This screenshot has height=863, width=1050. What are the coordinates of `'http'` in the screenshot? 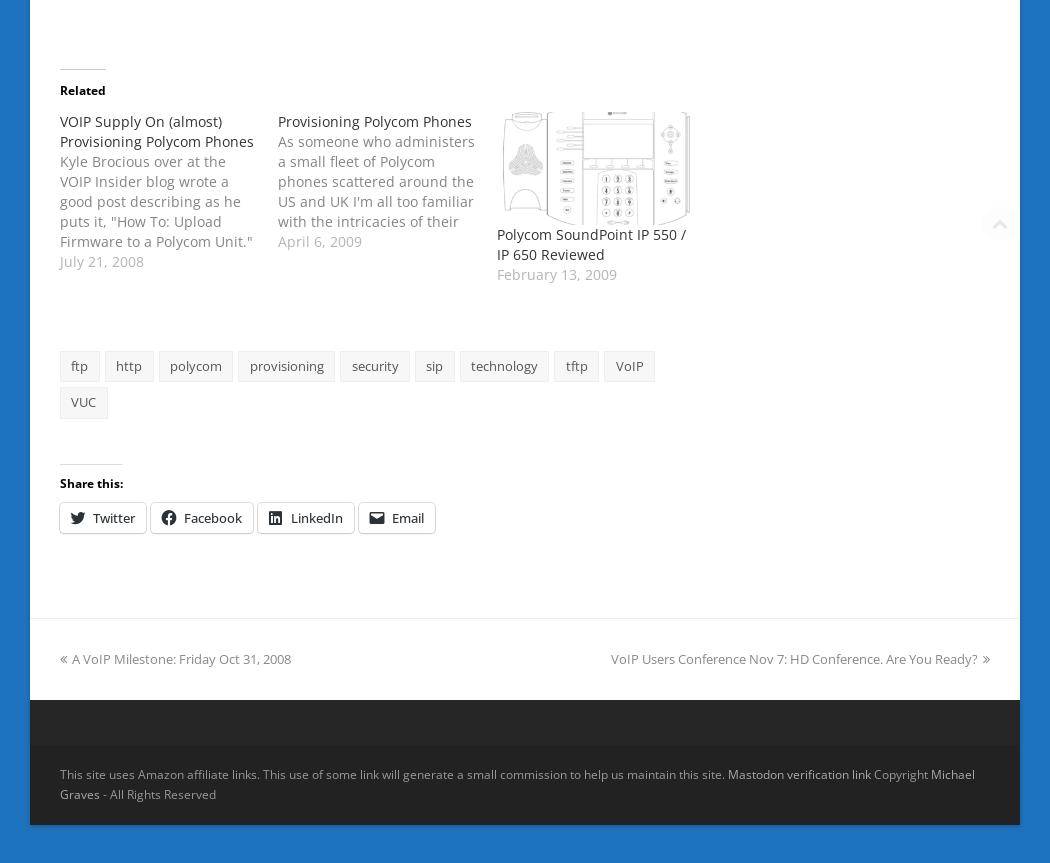 It's located at (115, 365).